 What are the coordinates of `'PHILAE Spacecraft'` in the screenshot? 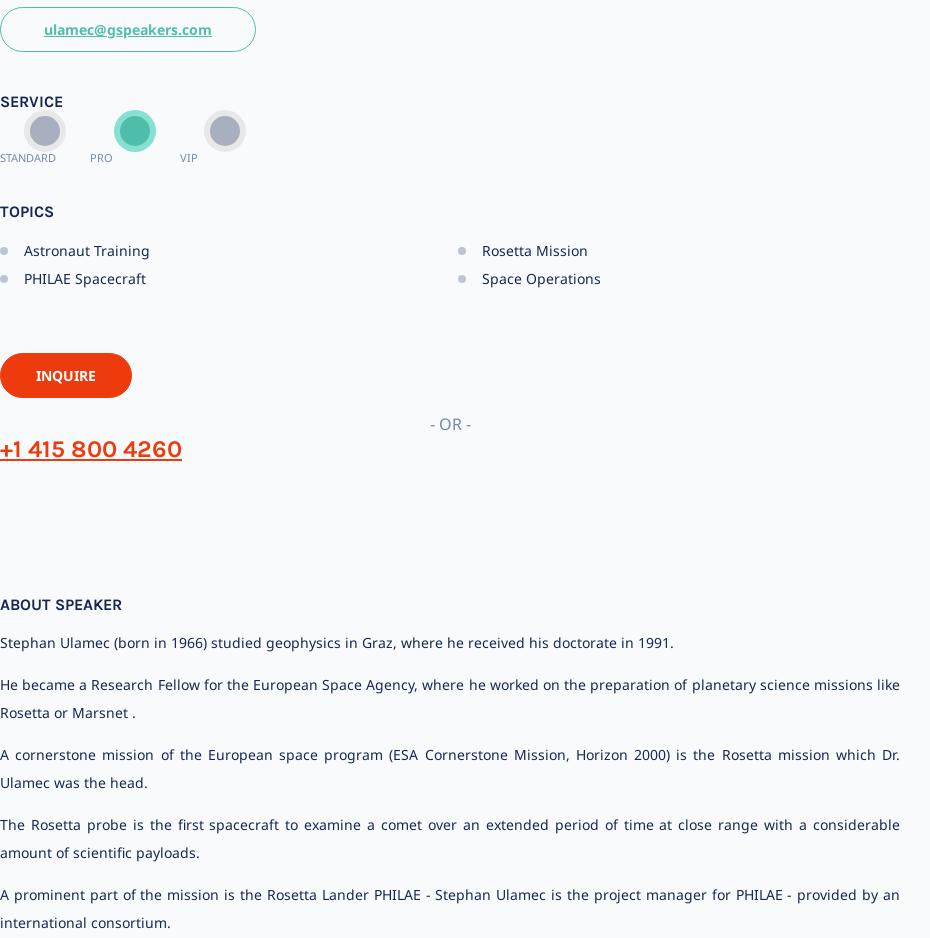 It's located at (85, 277).